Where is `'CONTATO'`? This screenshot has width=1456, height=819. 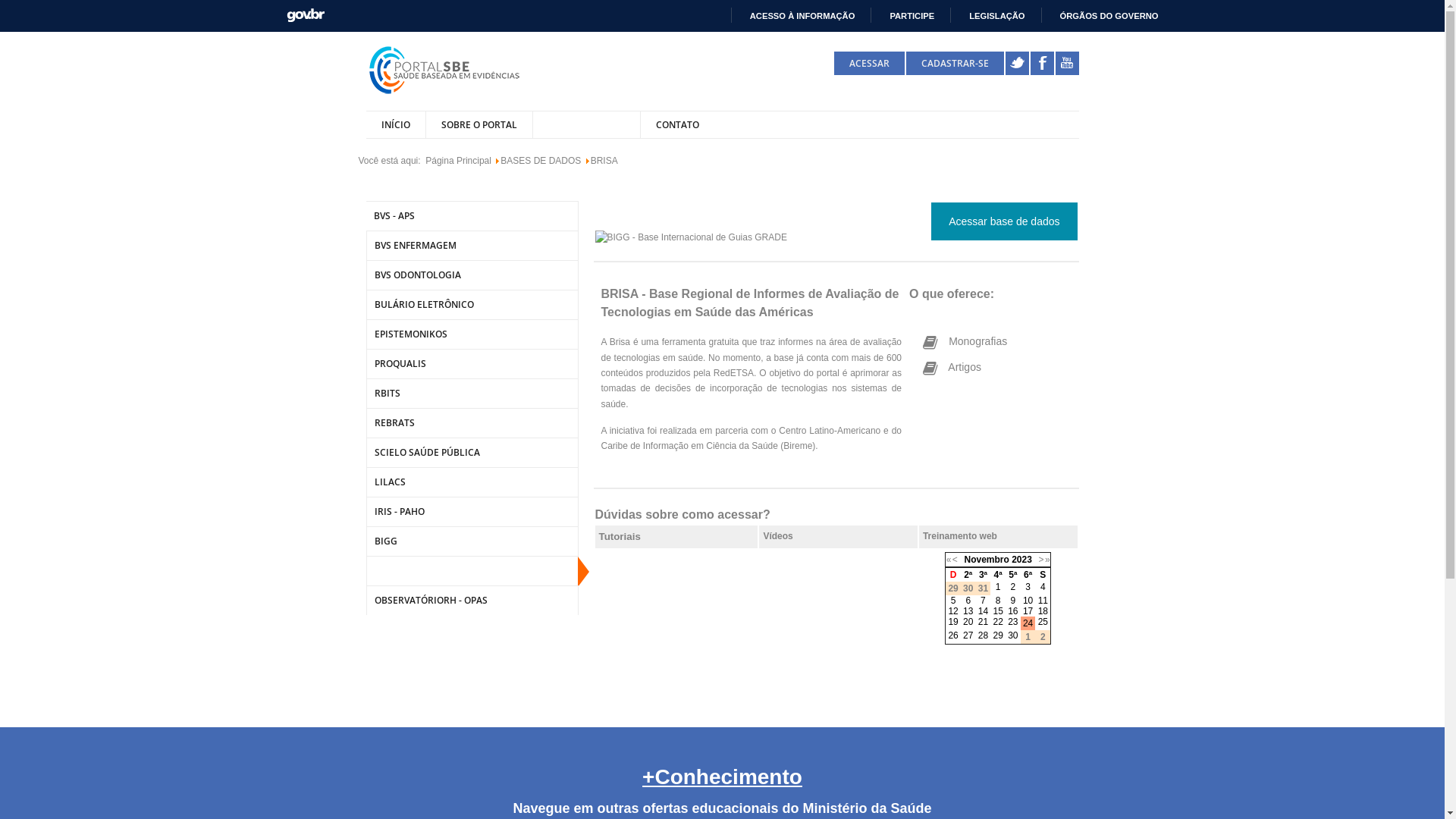 'CONTATO' is located at coordinates (676, 124).